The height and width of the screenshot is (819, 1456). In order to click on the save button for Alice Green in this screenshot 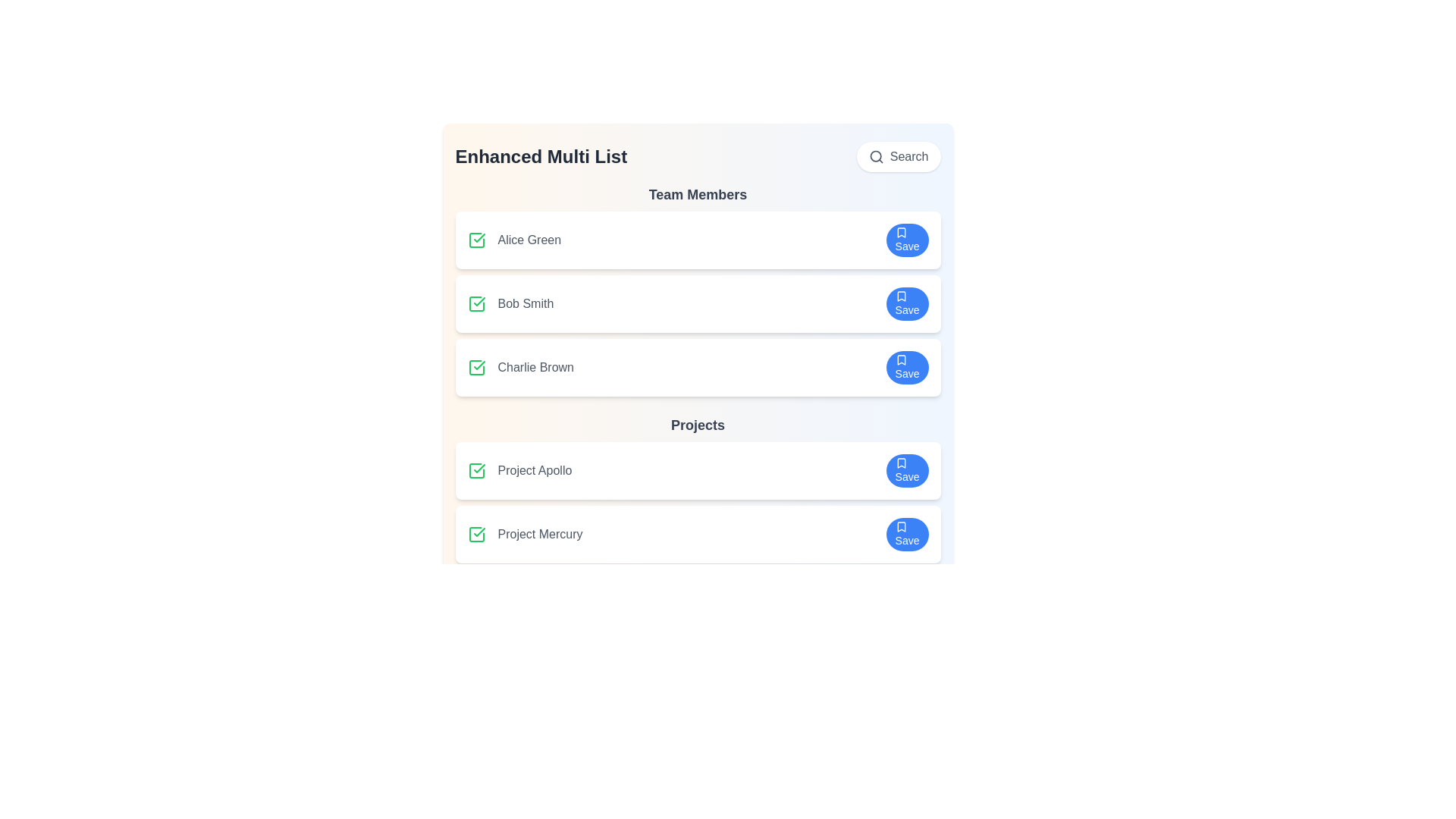, I will do `click(907, 239)`.